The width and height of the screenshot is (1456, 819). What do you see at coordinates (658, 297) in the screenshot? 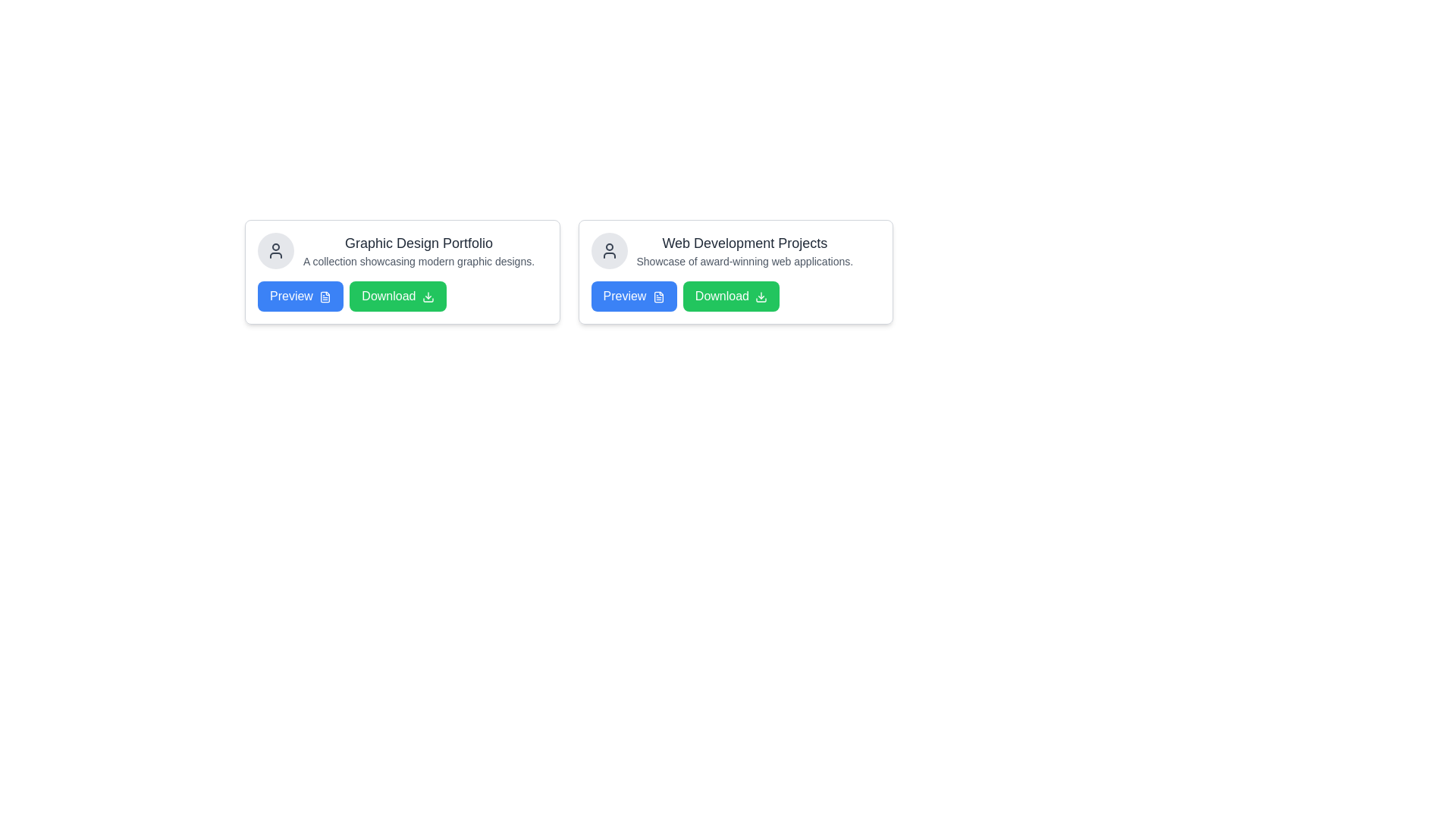
I see `the icon associated with the 'Preview' button in the second card titled 'Web Development Projects' to interact with textual documents` at bounding box center [658, 297].